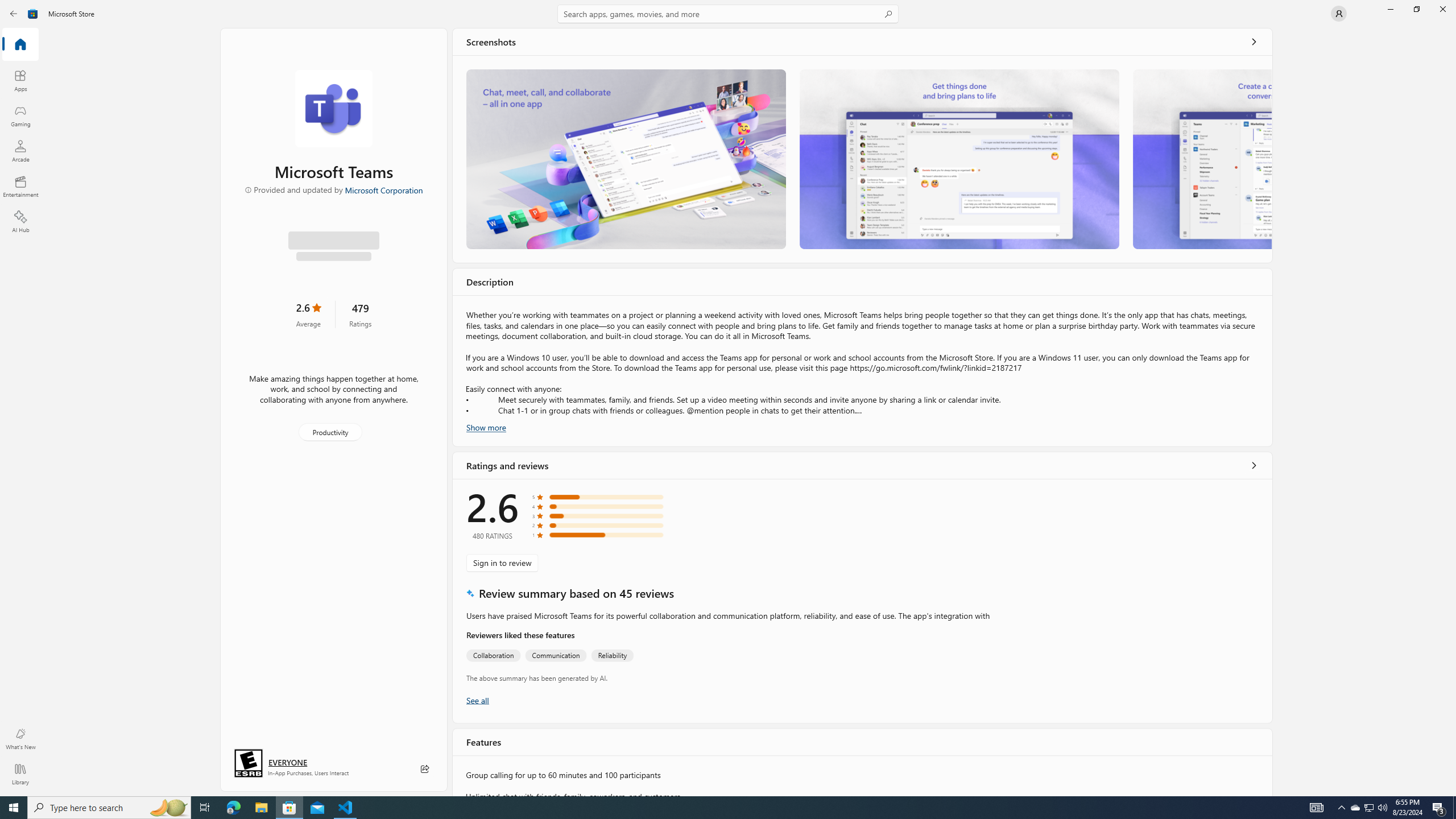 This screenshot has height=819, width=1456. What do you see at coordinates (19, 80) in the screenshot?
I see `'Apps'` at bounding box center [19, 80].